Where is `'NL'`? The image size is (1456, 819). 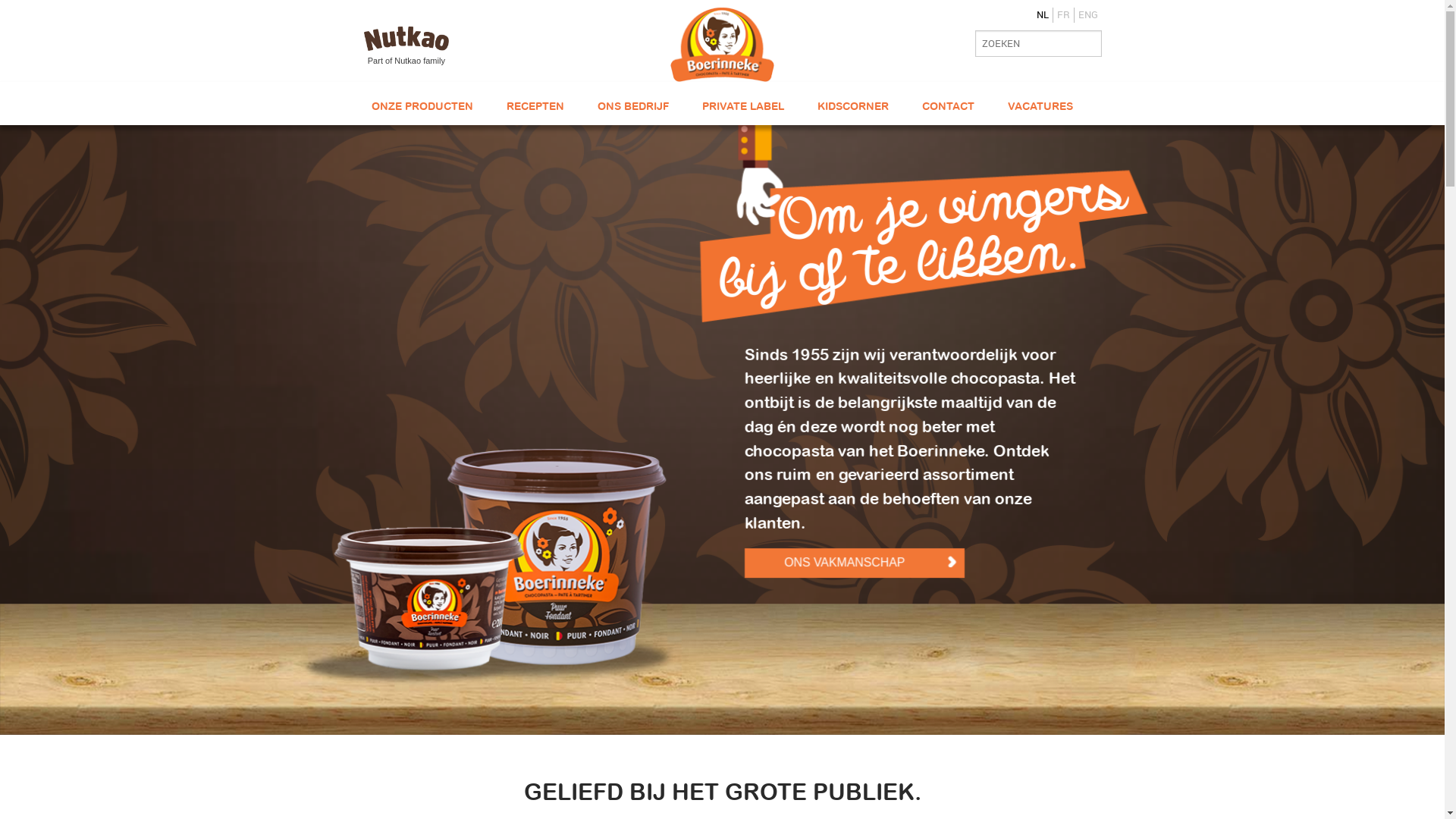 'NL' is located at coordinates (1040, 14).